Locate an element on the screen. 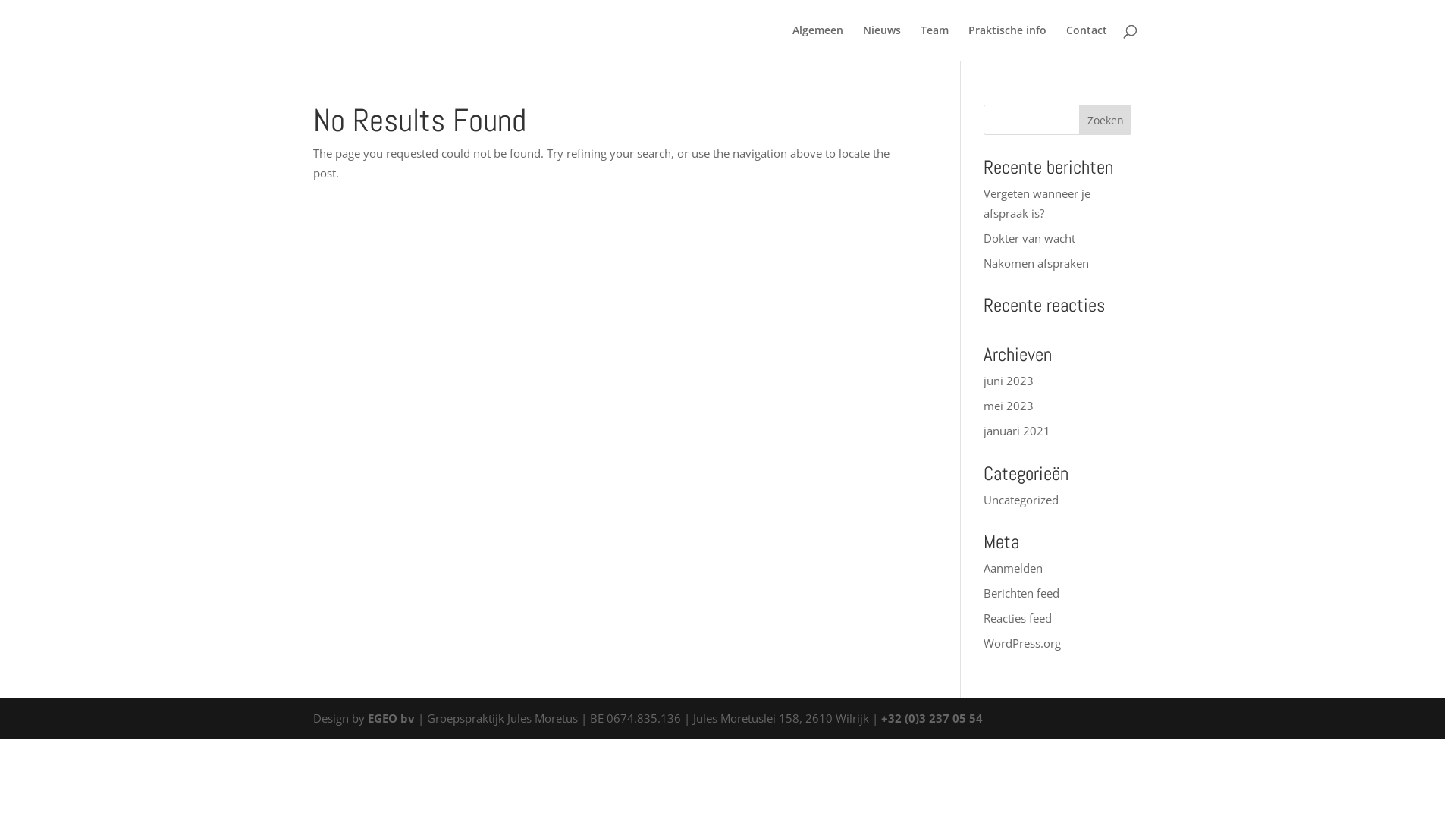 The image size is (1456, 819). 'januari 2021' is located at coordinates (983, 430).